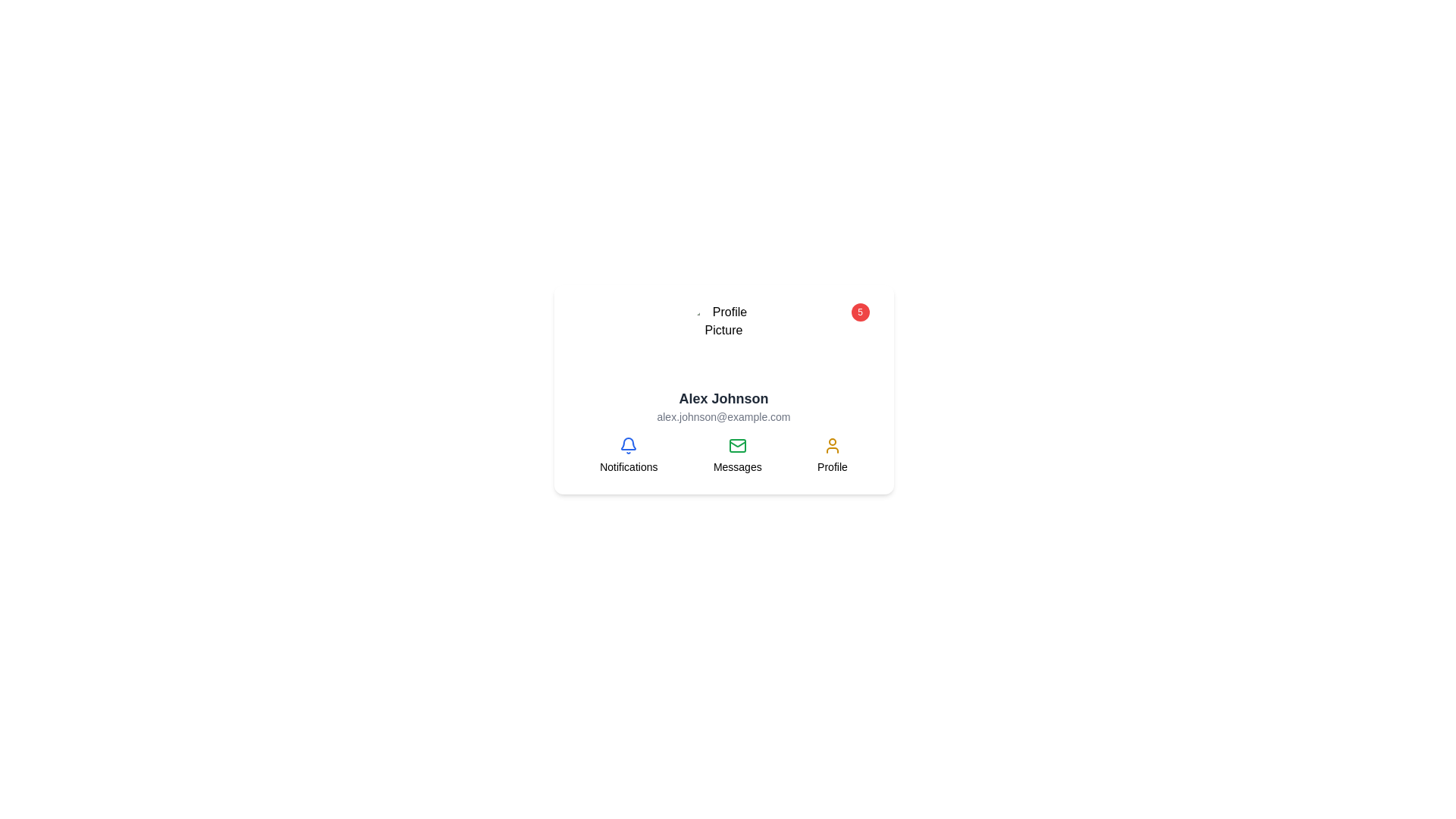  Describe the element at coordinates (629, 455) in the screenshot. I see `the notifications menu item located at the bottom left corner of the user profile card, which is the first item in a horizontal menu` at that location.